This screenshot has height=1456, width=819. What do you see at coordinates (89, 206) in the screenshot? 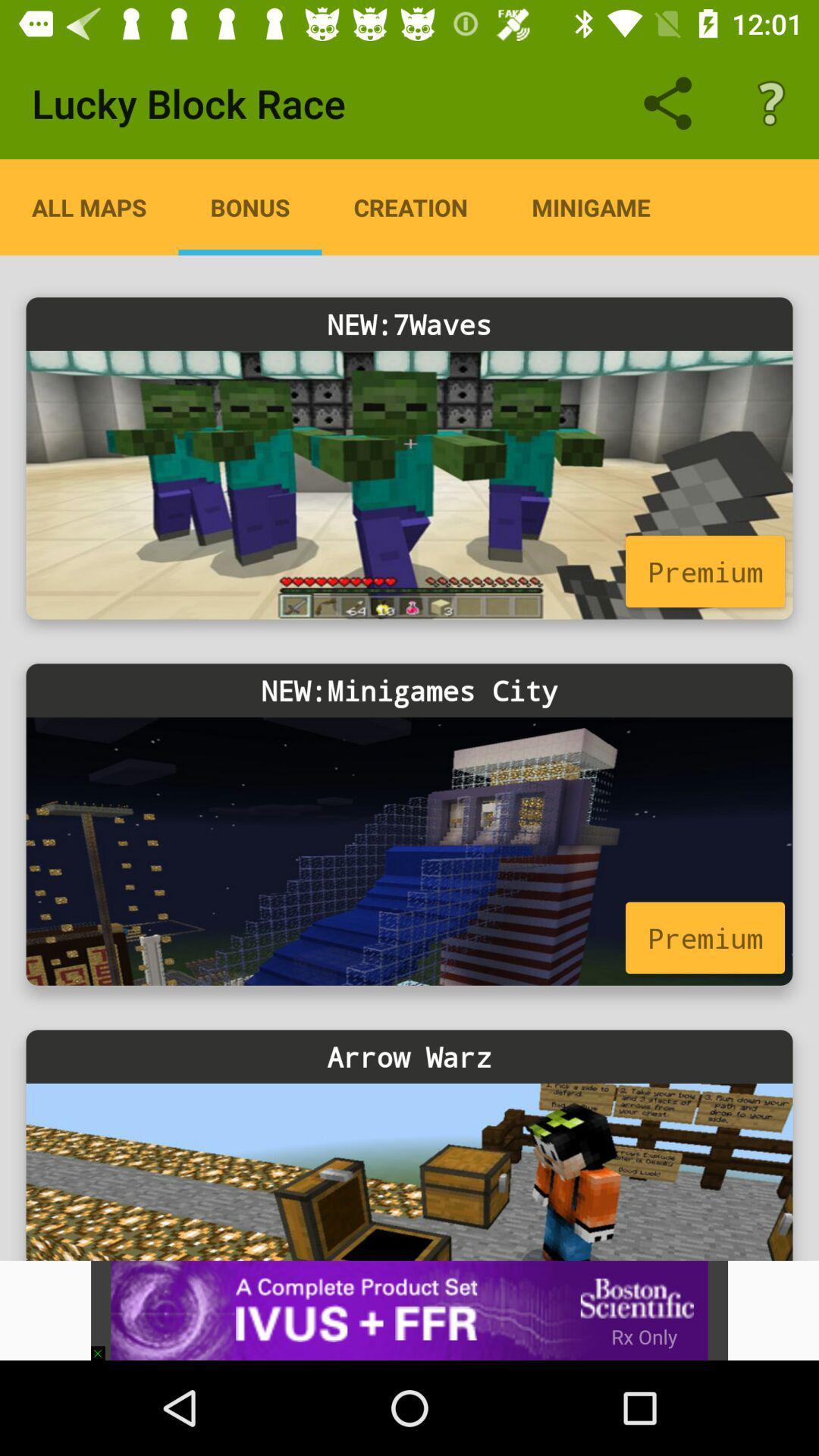
I see `item above new:7waves item` at bounding box center [89, 206].